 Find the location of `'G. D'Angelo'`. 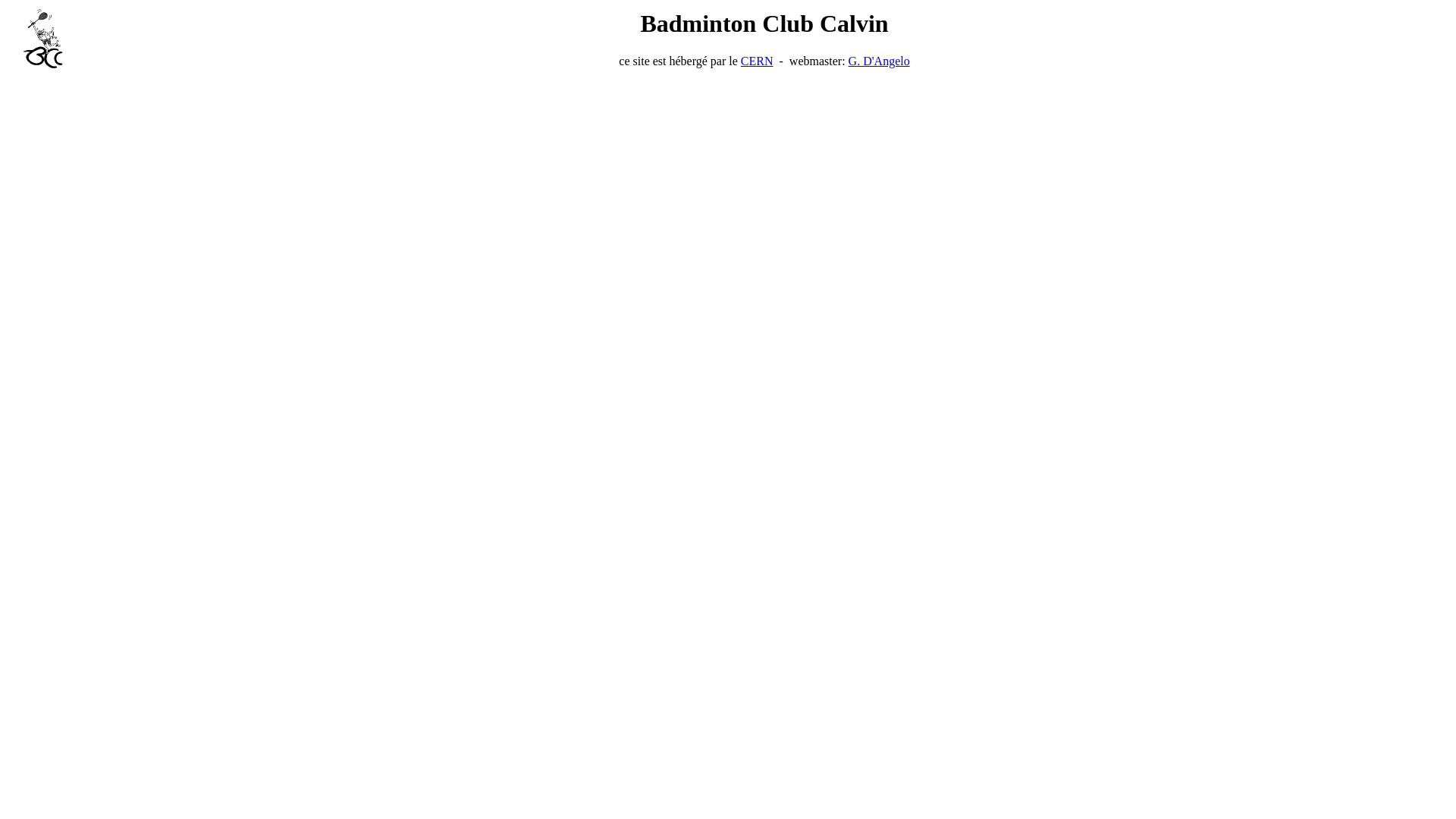

'G. D'Angelo' is located at coordinates (879, 60).